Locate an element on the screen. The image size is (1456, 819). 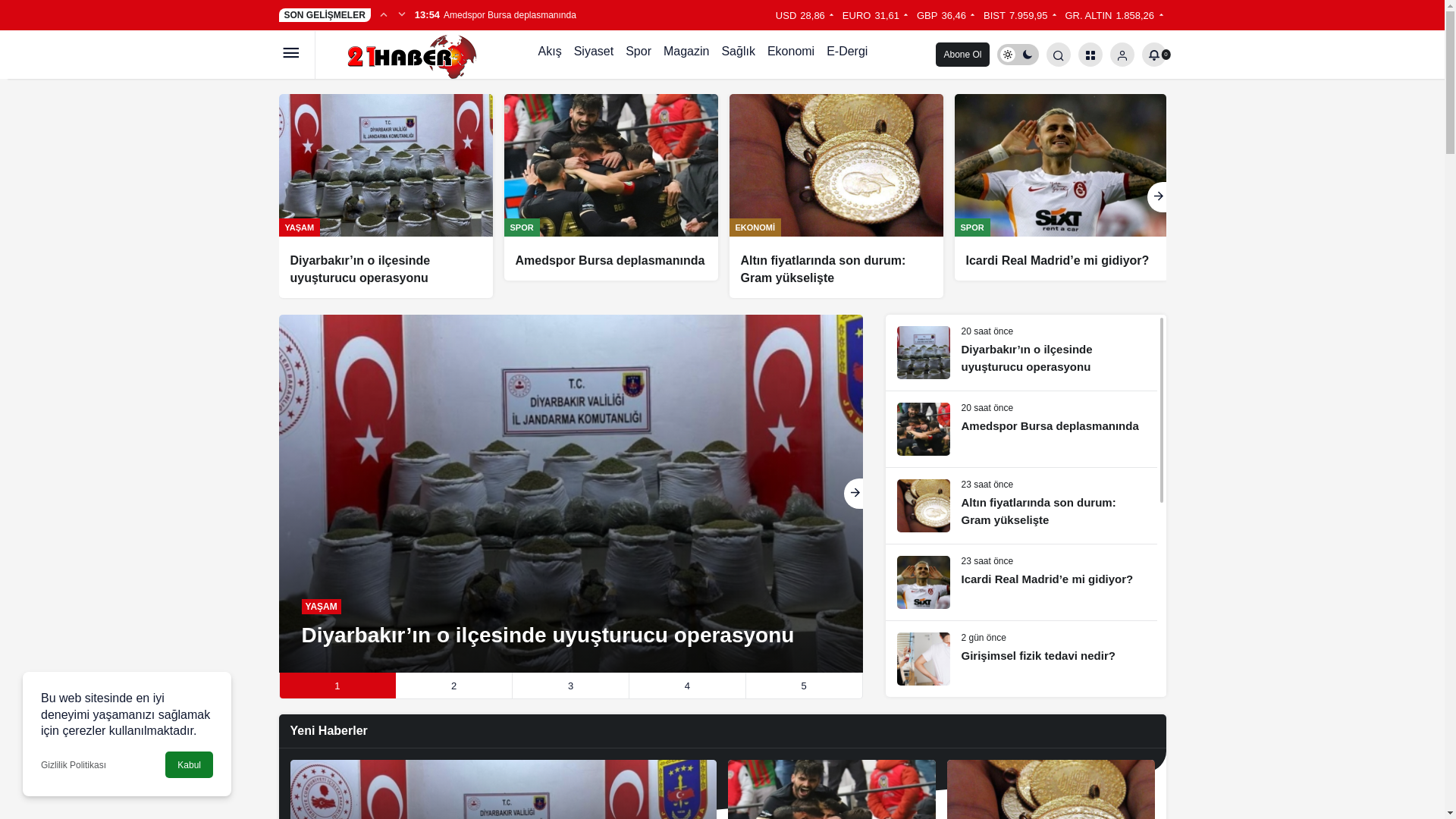
'21Haber' is located at coordinates (401, 52).